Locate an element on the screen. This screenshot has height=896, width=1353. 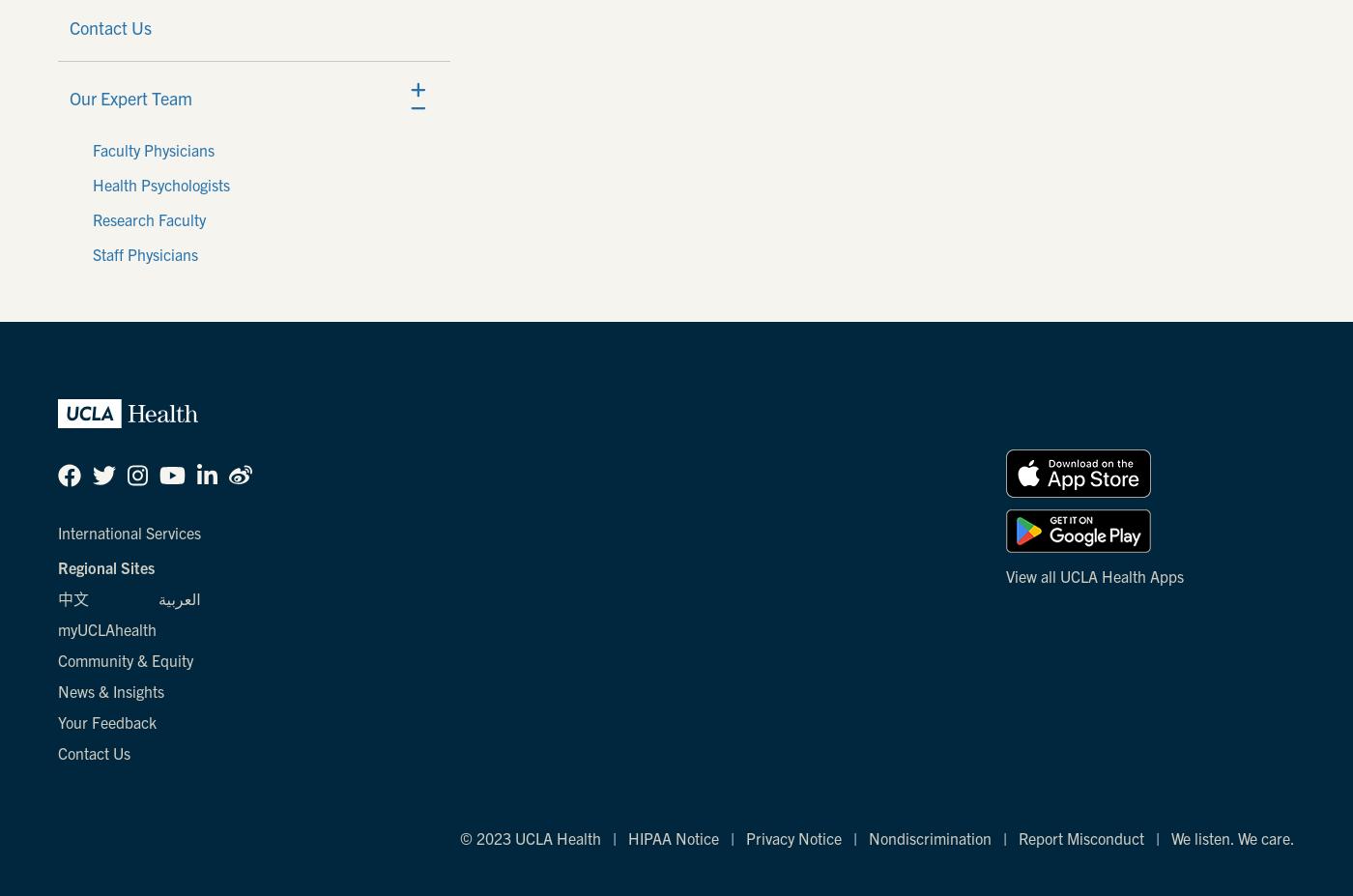
'Research Faculty' is located at coordinates (149, 218).